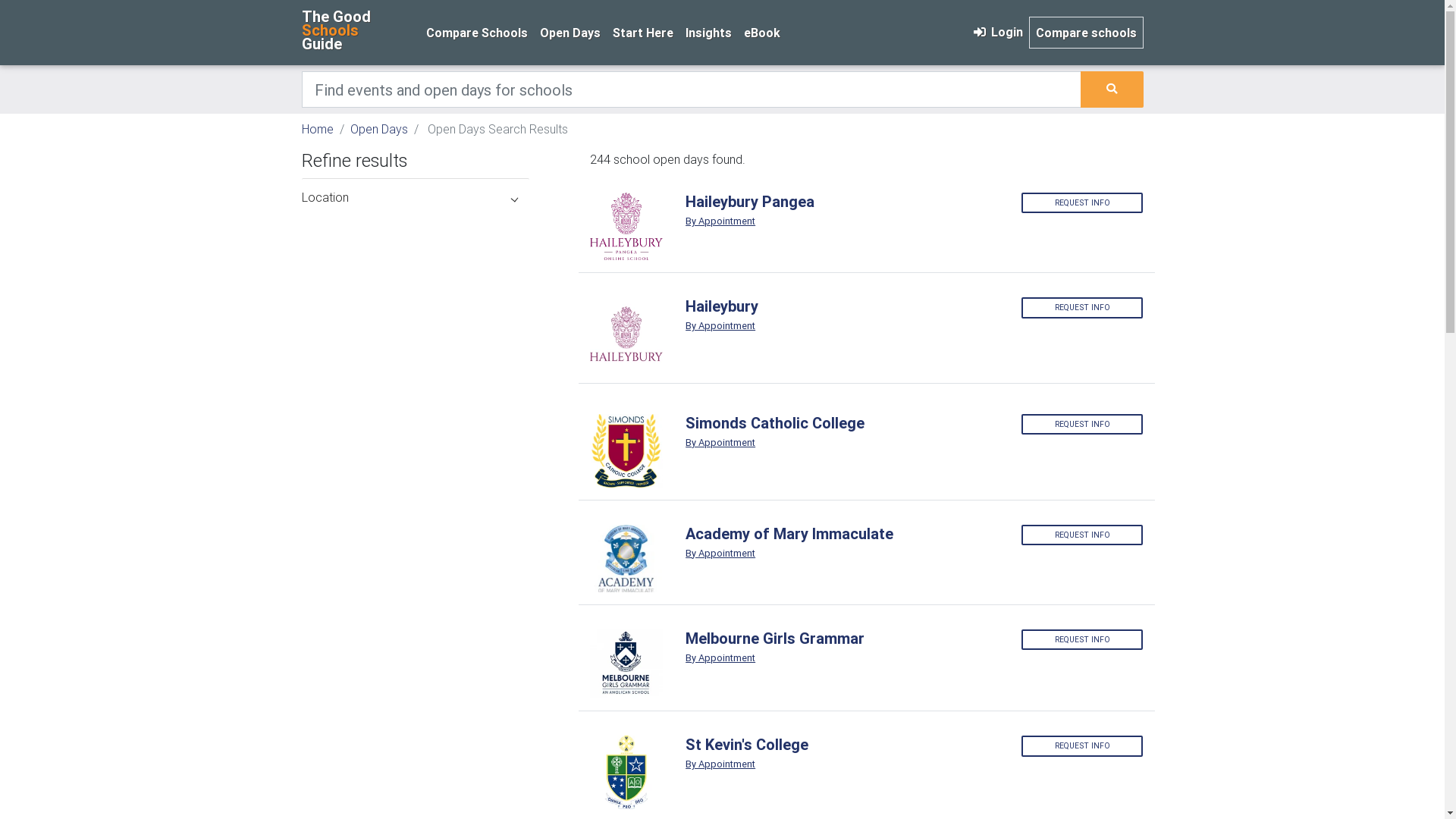 The height and width of the screenshot is (819, 1456). Describe the element at coordinates (415, 196) in the screenshot. I see `'Location'` at that location.